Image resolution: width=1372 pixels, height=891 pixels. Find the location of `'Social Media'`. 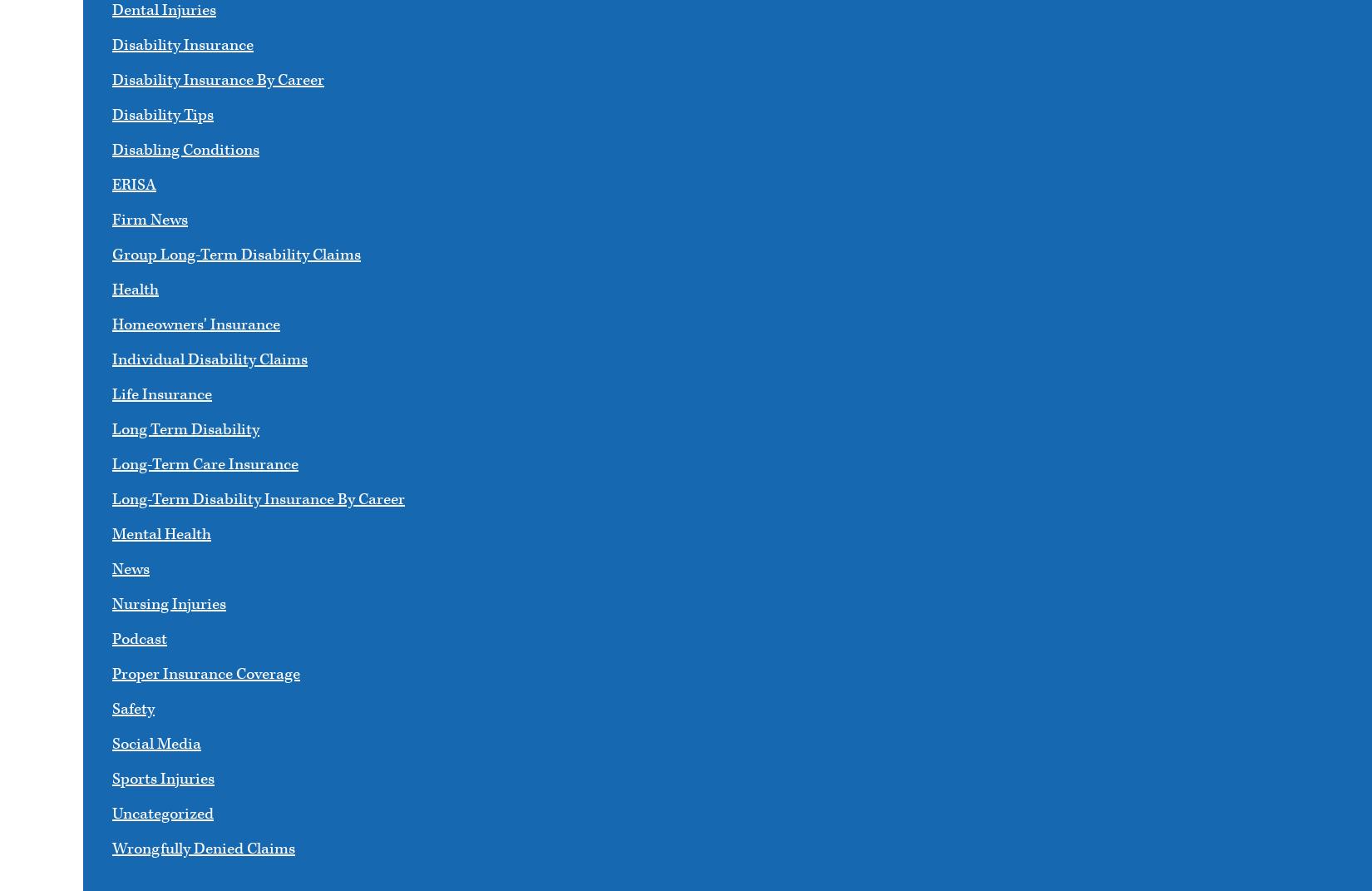

'Social Media' is located at coordinates (156, 744).